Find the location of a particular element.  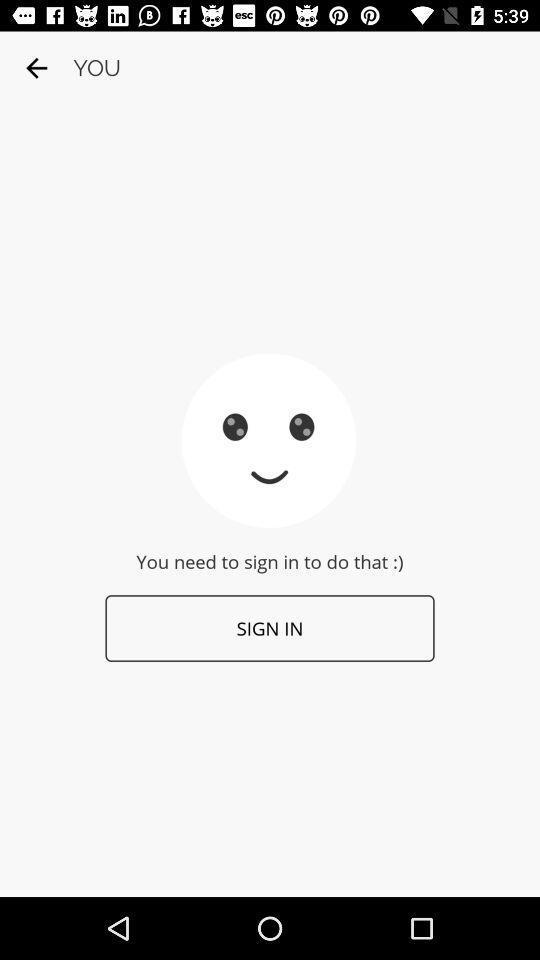

item next to the you item is located at coordinates (36, 68).